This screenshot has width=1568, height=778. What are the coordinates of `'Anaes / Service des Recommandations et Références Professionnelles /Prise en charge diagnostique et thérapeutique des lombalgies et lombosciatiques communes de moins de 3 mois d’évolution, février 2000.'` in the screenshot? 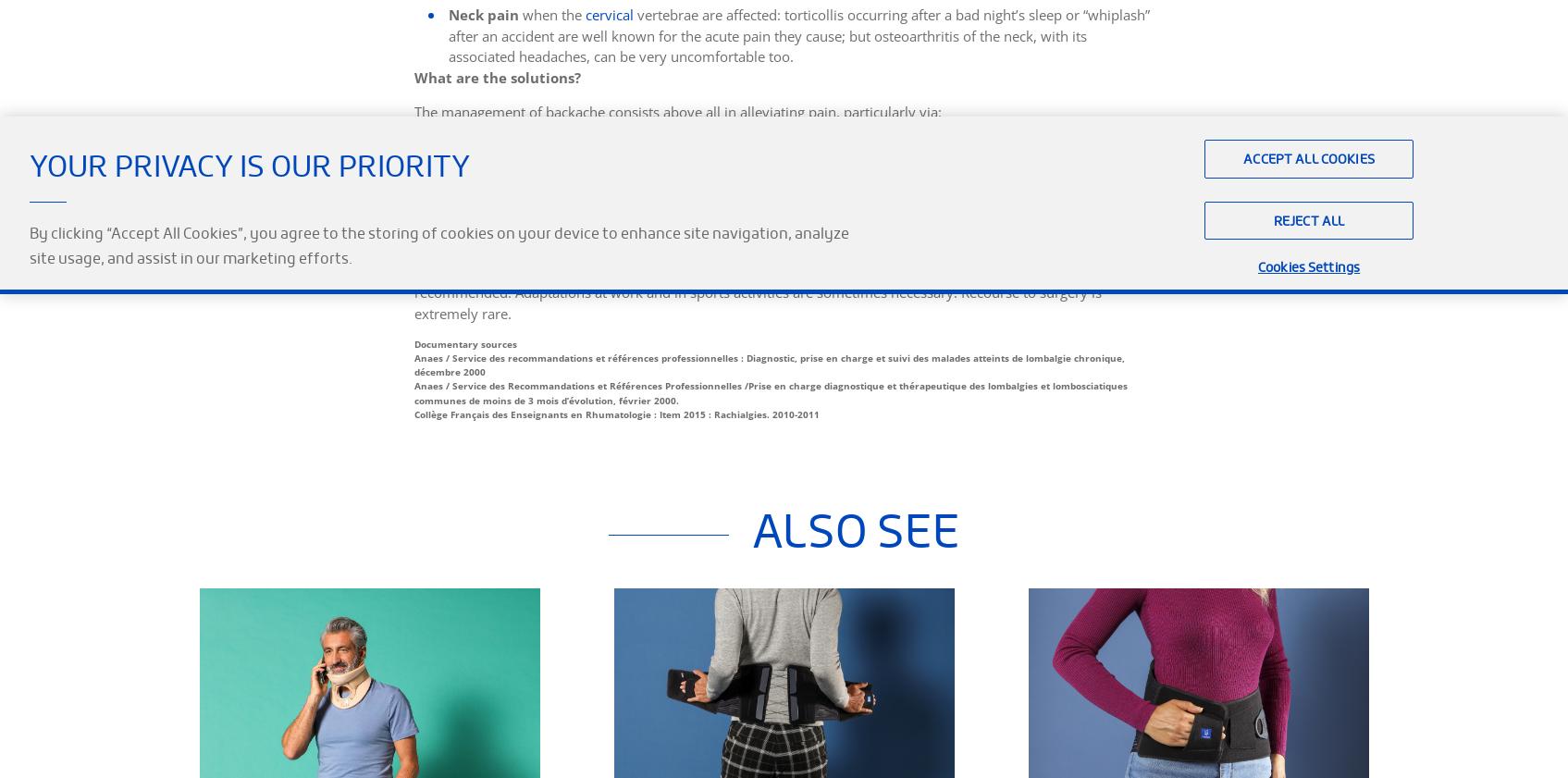 It's located at (413, 392).